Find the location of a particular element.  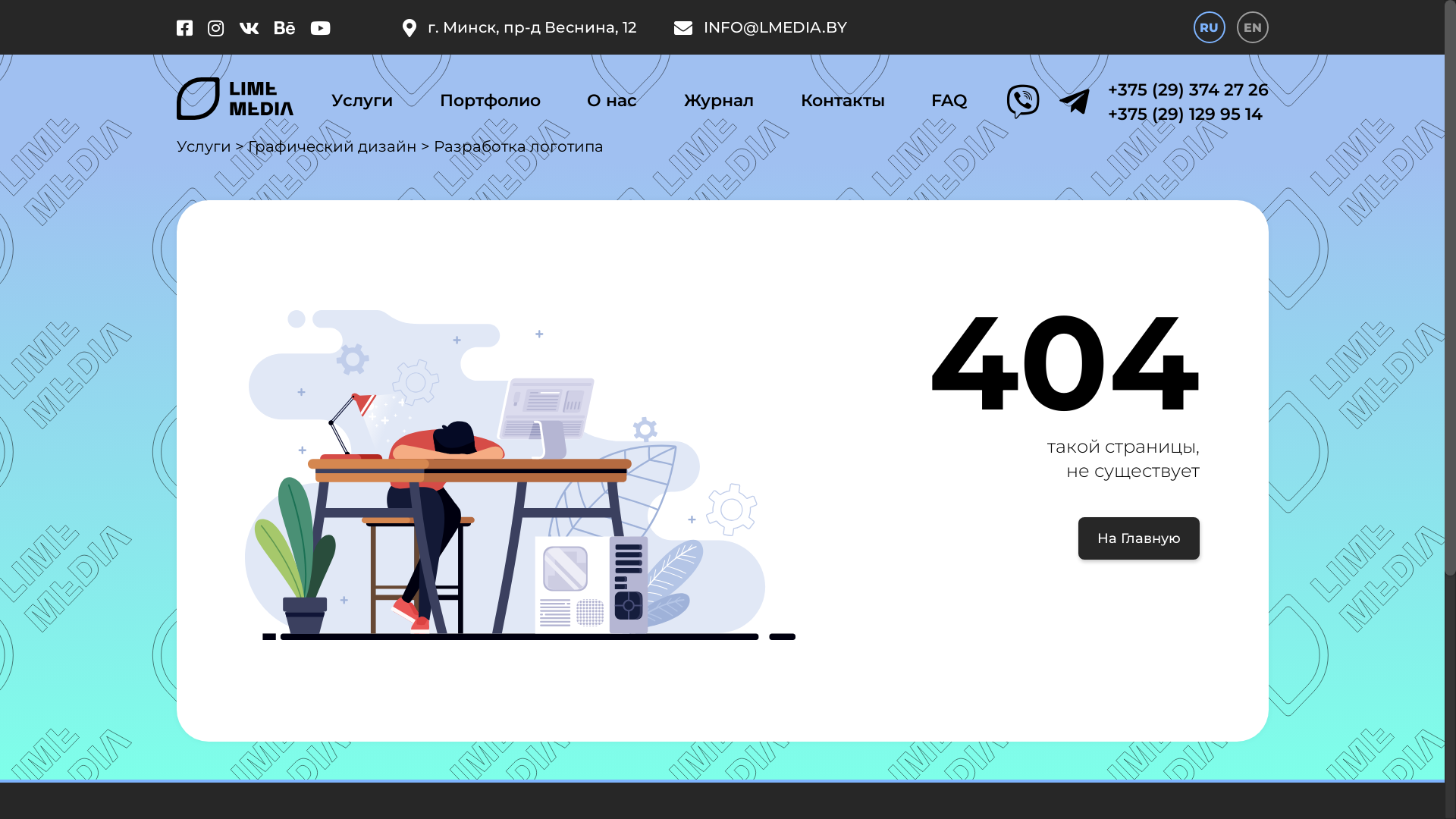

'+375 (29) 374 27 26' is located at coordinates (1106, 90).